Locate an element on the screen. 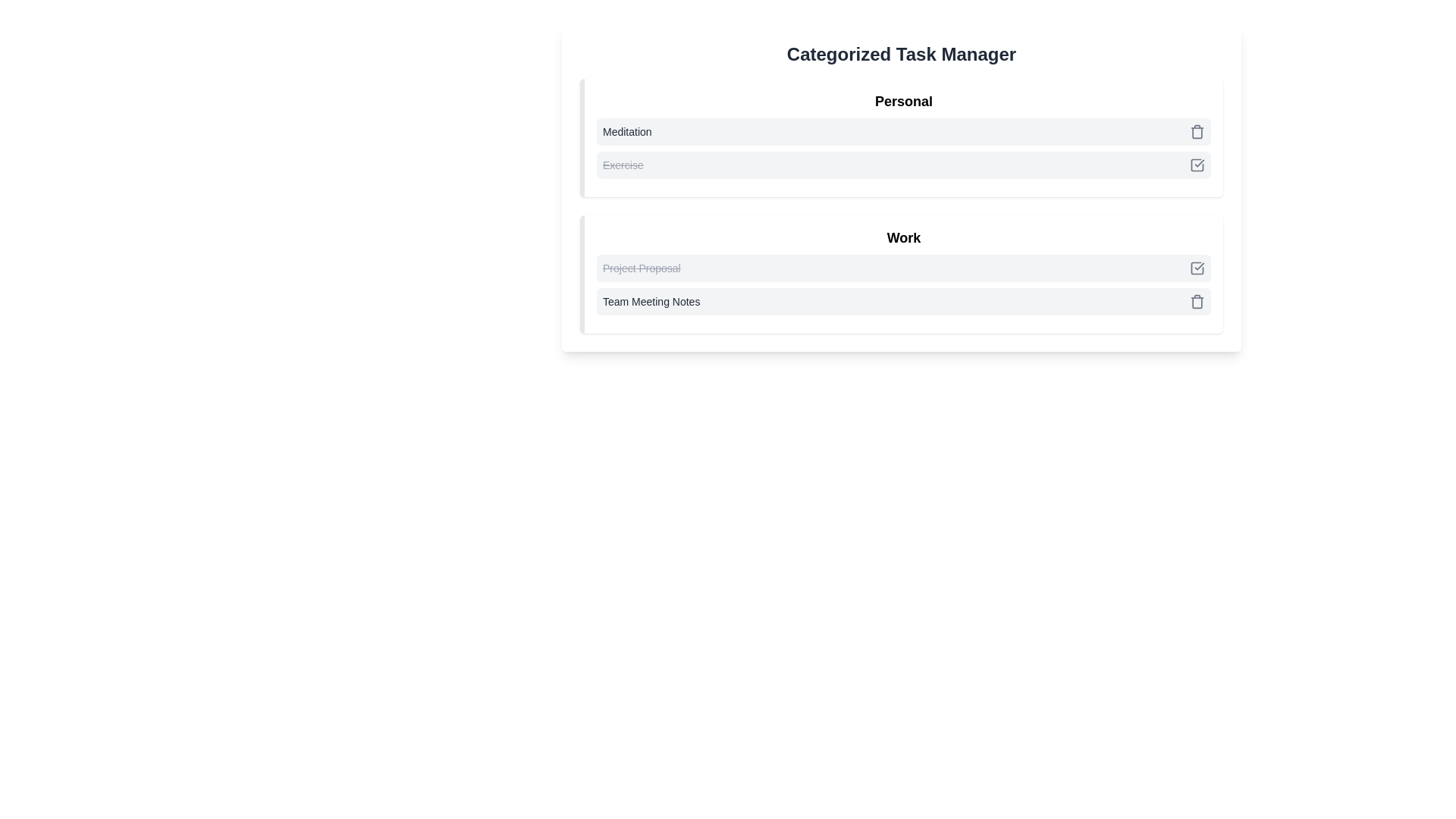  the Checkbox icon for the 'Team Meeting Notes' task located under the 'Work' category is located at coordinates (1197, 268).